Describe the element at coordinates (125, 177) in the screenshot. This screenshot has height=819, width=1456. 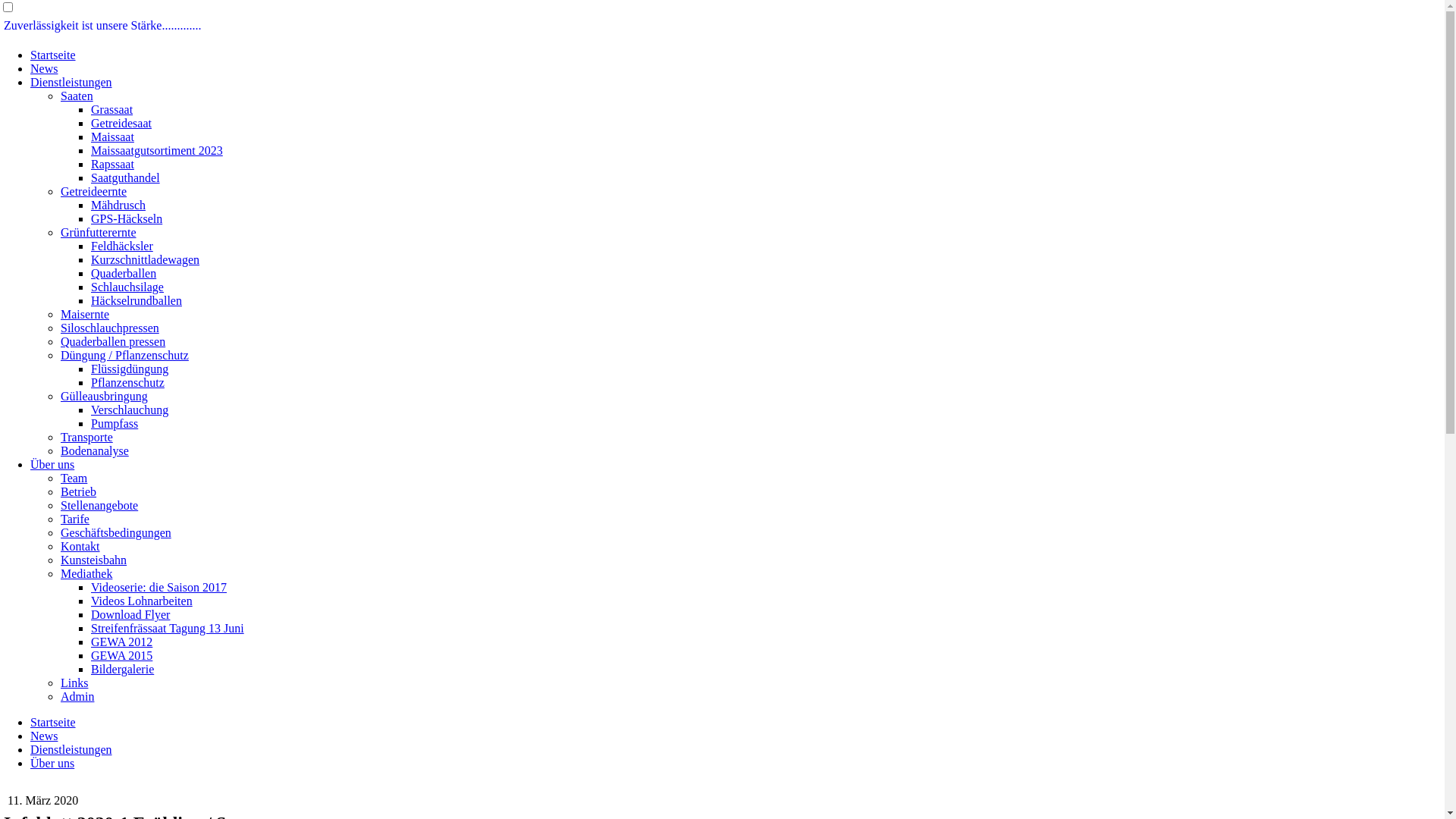
I see `'Saatguthandel'` at that location.